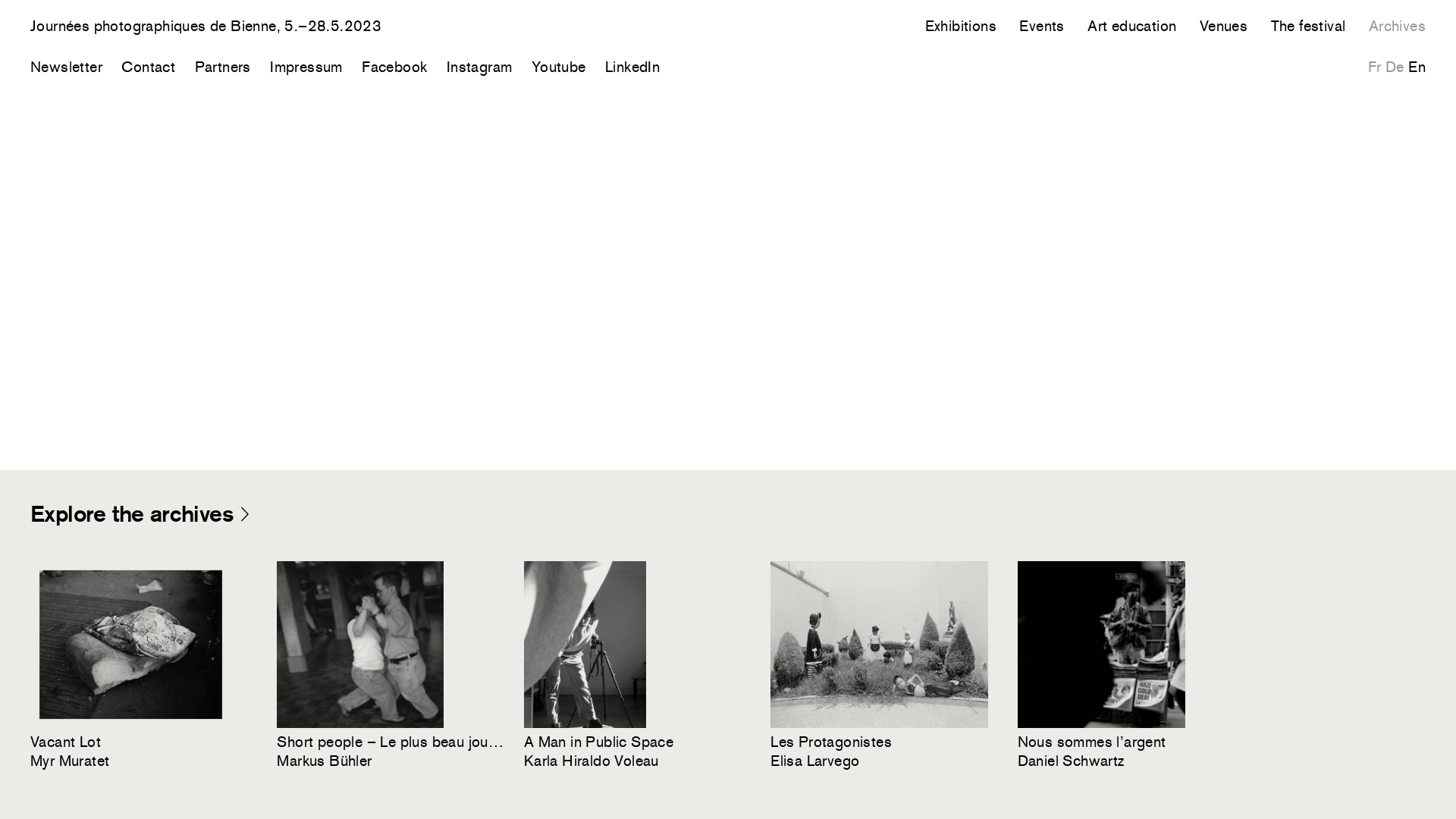 This screenshot has height=819, width=1456. Describe the element at coordinates (1368, 66) in the screenshot. I see `'Fr'` at that location.